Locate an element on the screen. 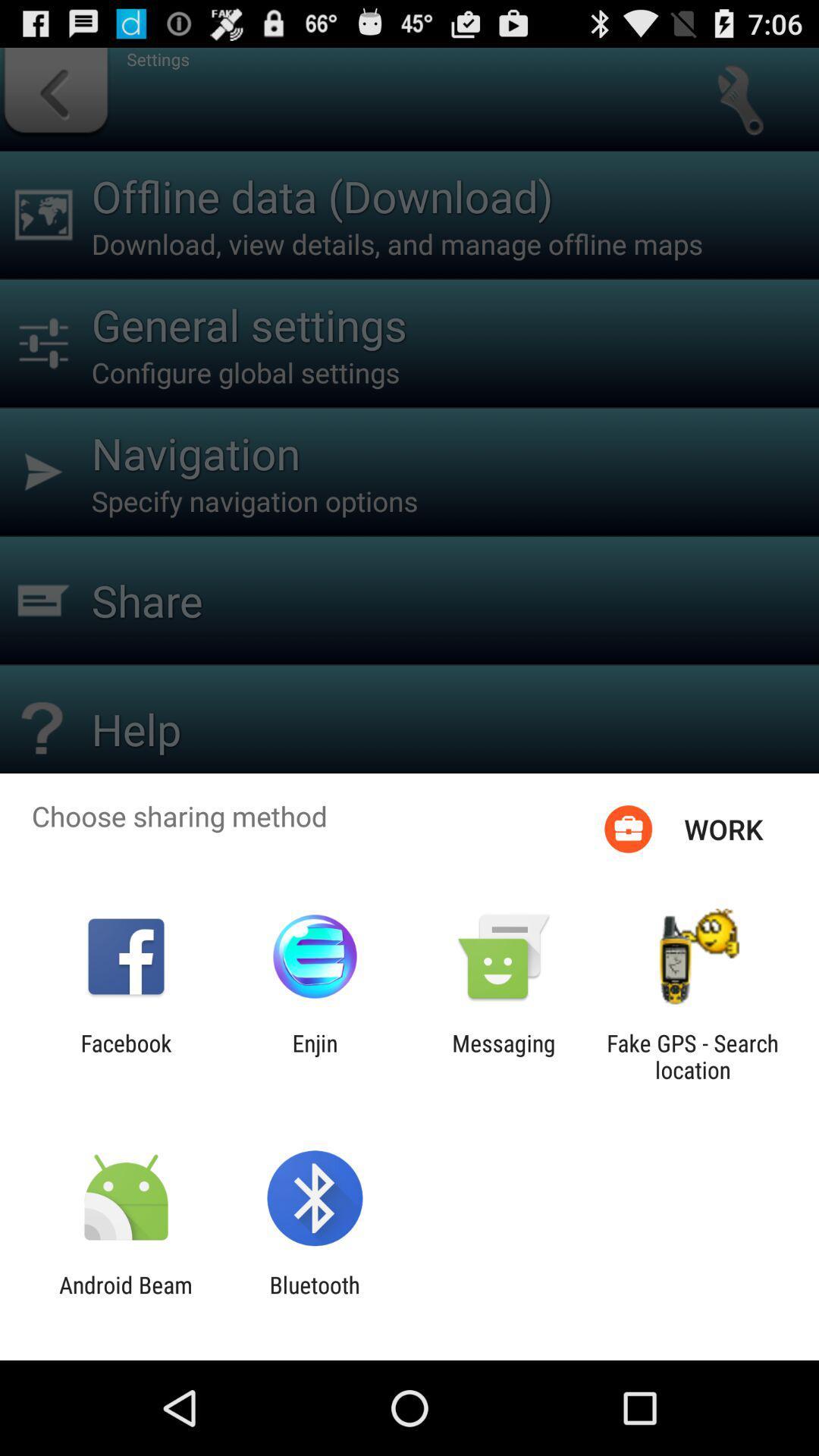 The width and height of the screenshot is (819, 1456). the app next to the fake gps search icon is located at coordinates (504, 1056).